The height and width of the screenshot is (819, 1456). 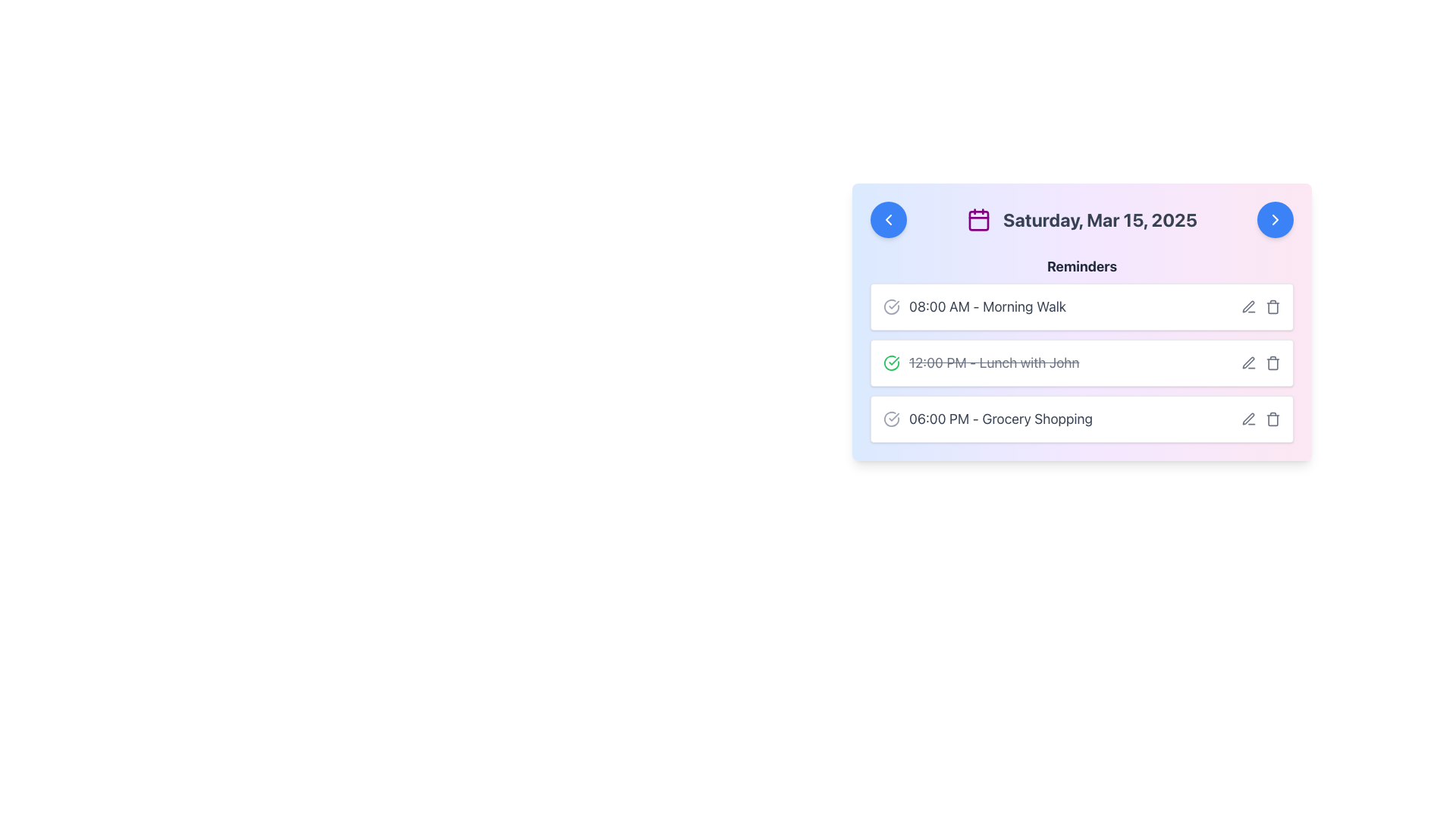 What do you see at coordinates (892, 362) in the screenshot?
I see `the interactive SVG checkmark icon indicating a completed task for the reminder entry of '12:00 PM - Lunch with John'` at bounding box center [892, 362].